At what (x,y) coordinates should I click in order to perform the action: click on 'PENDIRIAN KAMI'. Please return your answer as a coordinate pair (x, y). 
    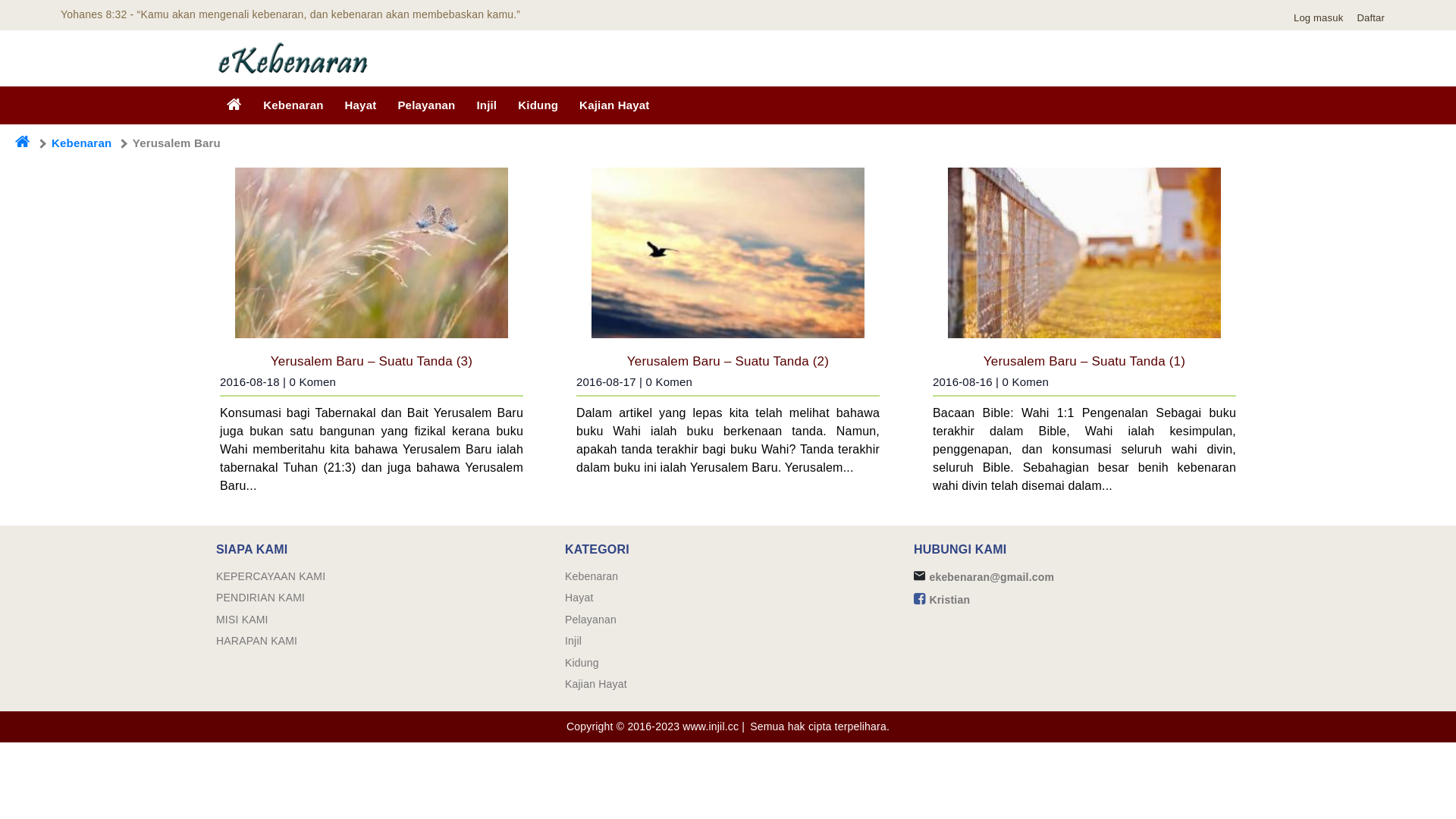
    Looking at the image, I should click on (260, 596).